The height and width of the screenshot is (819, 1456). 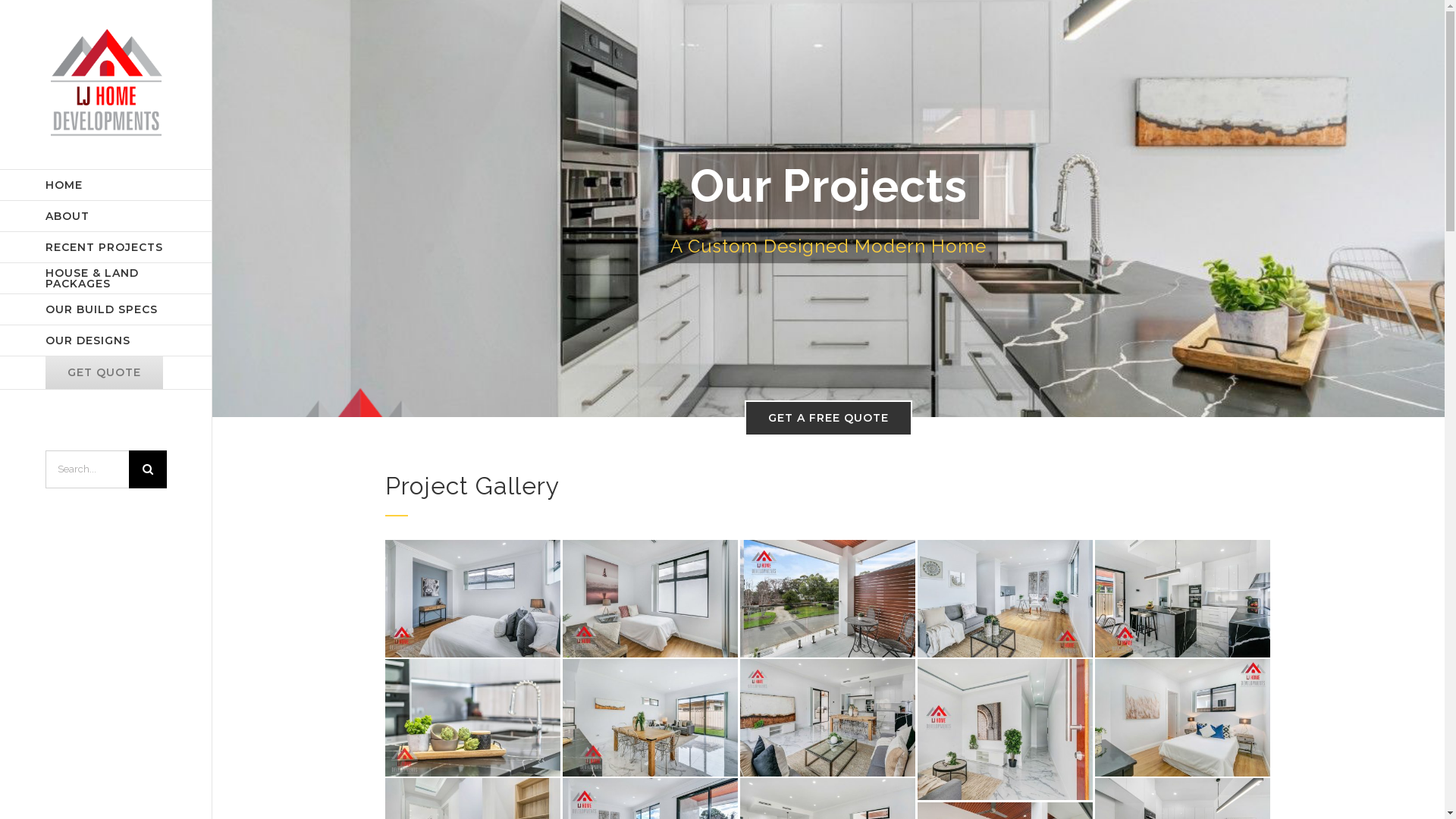 What do you see at coordinates (0, 373) in the screenshot?
I see `'GET QUOTE'` at bounding box center [0, 373].